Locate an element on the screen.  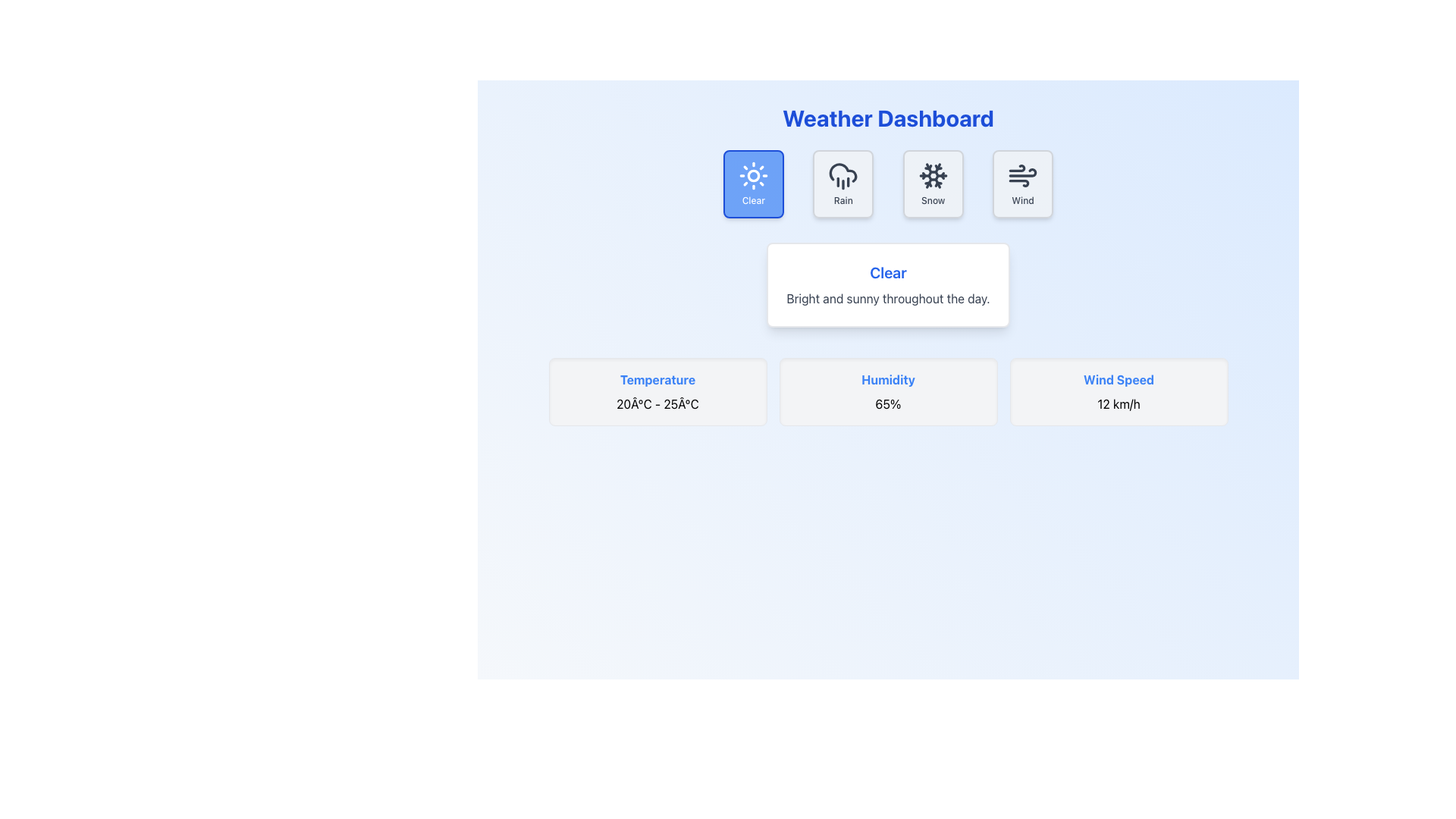
the 'Wind' weather condition button located as the fourth button in the toolbar, to the far right next to the 'Snow' button is located at coordinates (1022, 184).